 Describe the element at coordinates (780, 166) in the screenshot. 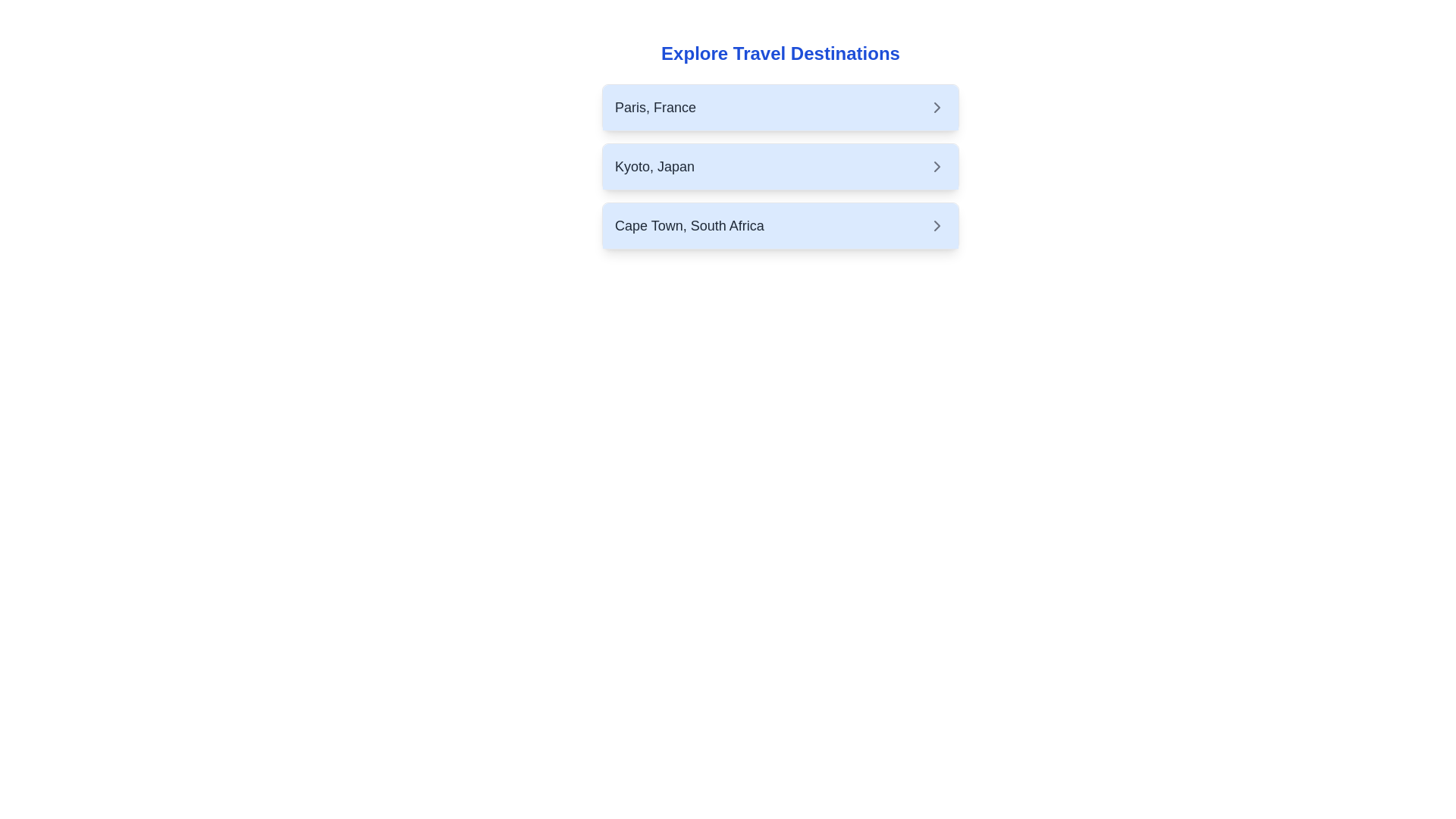

I see `the light blue button labeled 'Kyoto, Japan'` at that location.